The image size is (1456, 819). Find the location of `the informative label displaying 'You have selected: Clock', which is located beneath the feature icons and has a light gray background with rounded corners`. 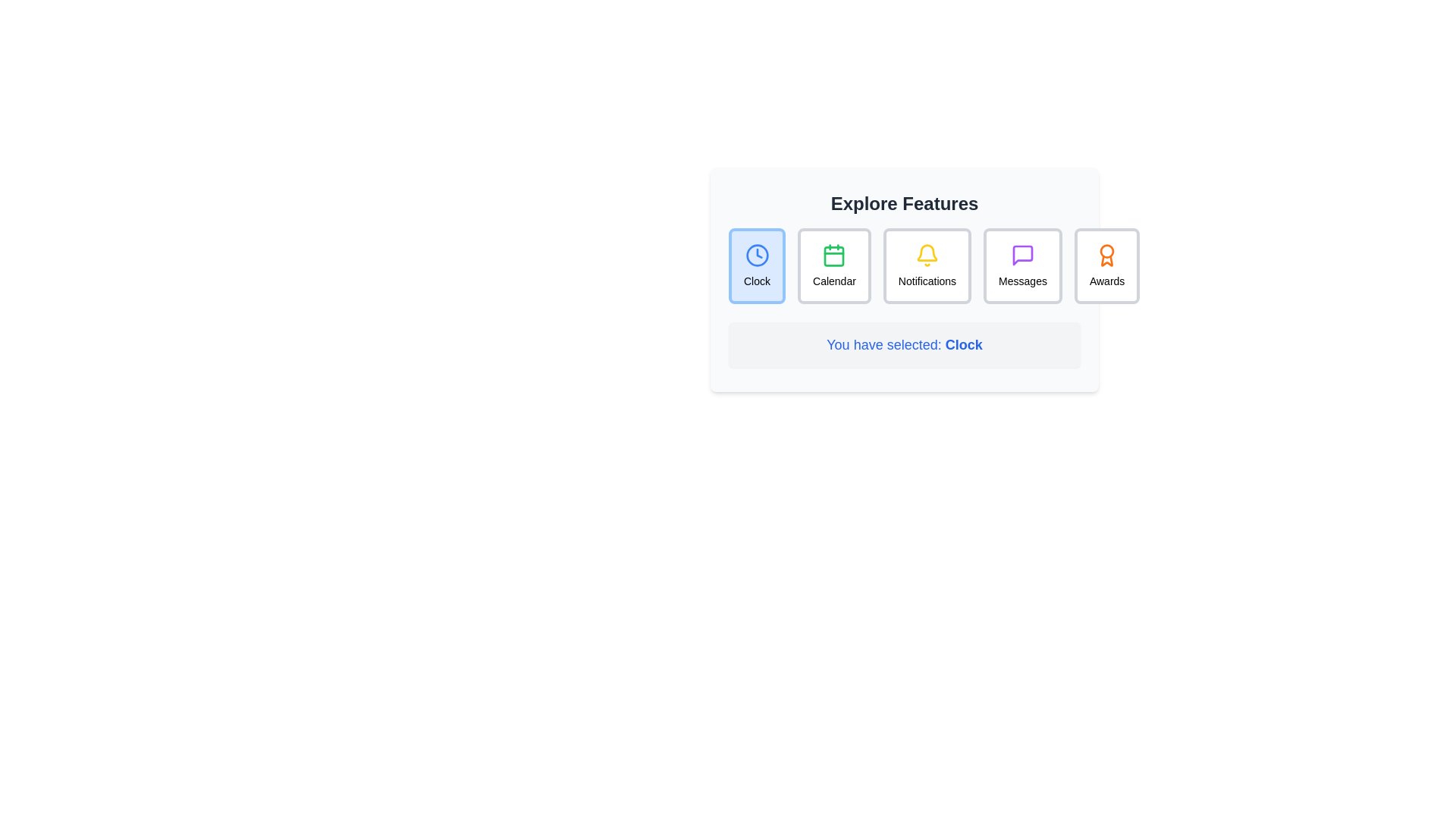

the informative label displaying 'You have selected: Clock', which is located beneath the feature icons and has a light gray background with rounded corners is located at coordinates (905, 345).